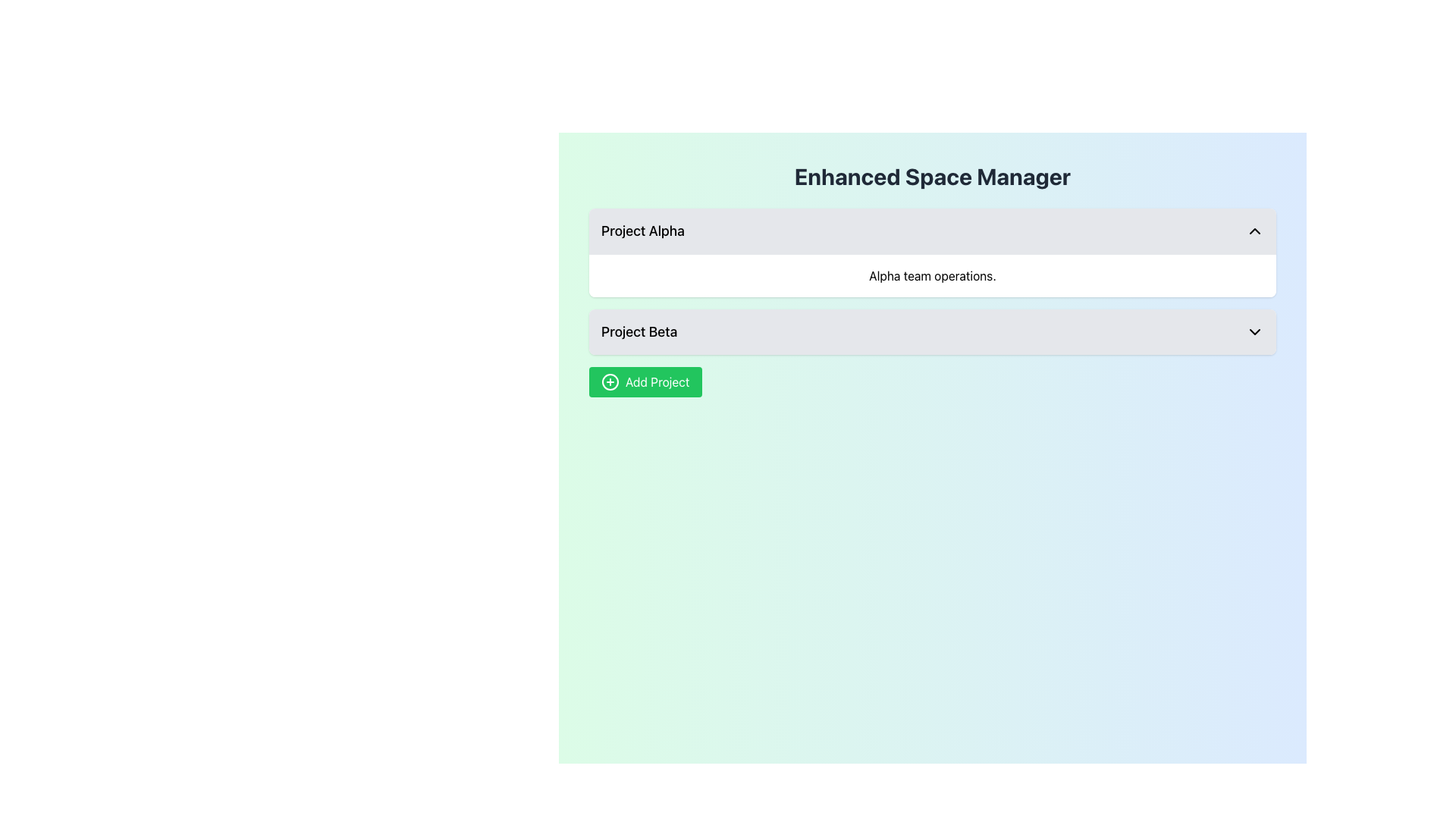  I want to click on the static text element that displays information related to Alpha Team's operations, located directly below the 'Project Alpha' header, so click(931, 275).